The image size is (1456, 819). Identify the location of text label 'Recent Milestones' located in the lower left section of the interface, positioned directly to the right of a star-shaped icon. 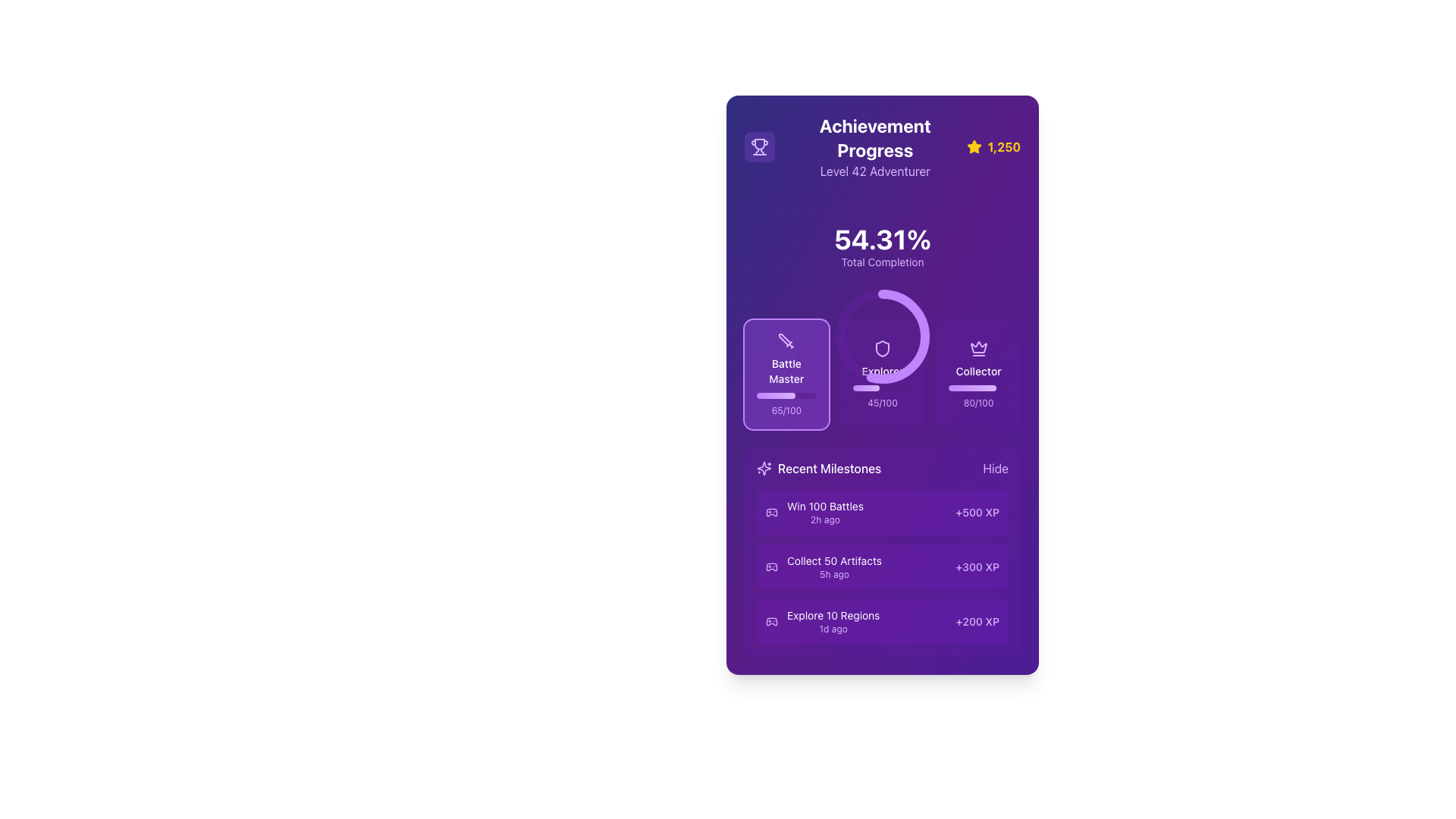
(829, 467).